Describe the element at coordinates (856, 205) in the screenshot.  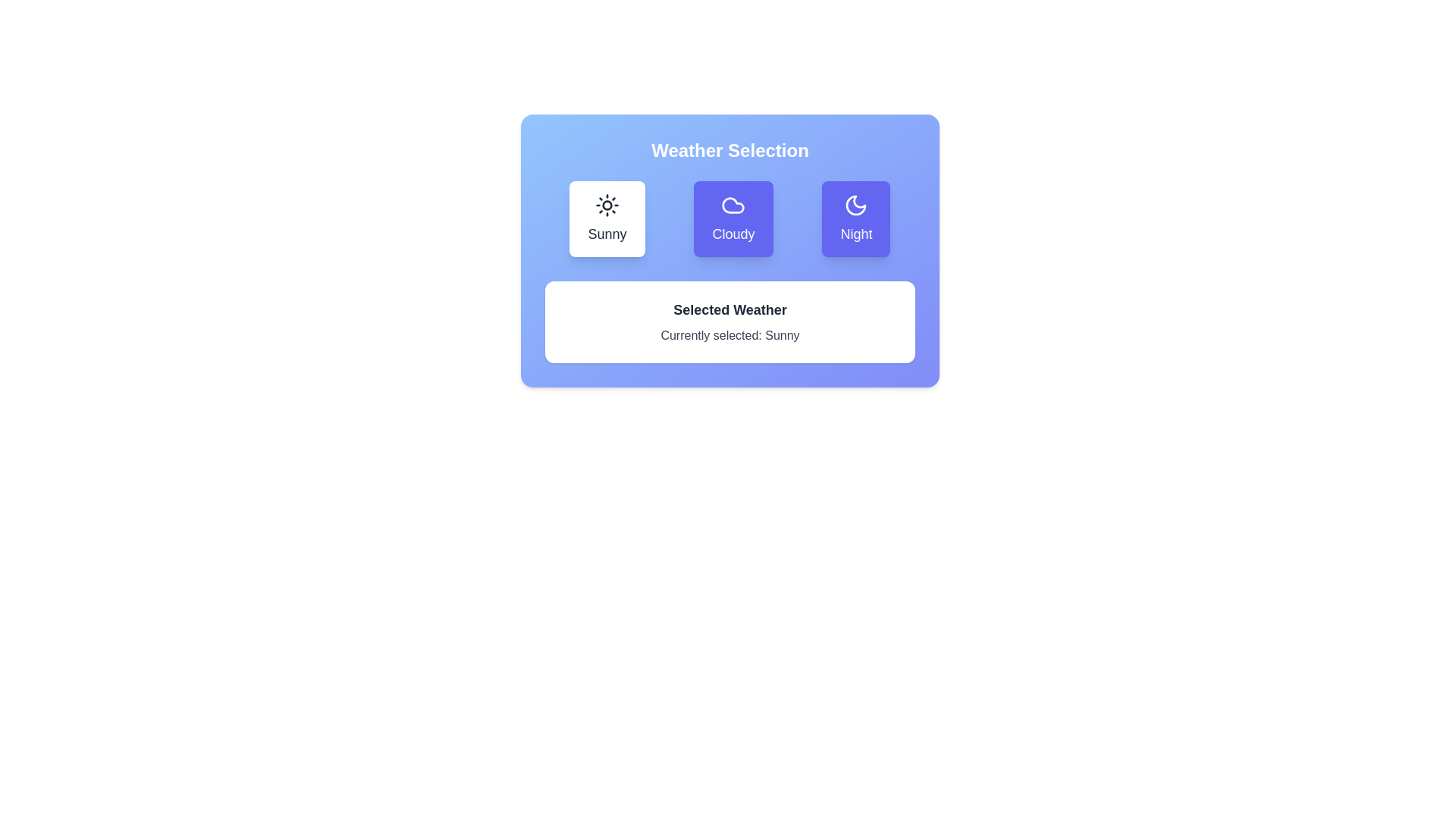
I see `the graphical representation of the 'Night' weather option icon located within the Weather Selection interface` at that location.